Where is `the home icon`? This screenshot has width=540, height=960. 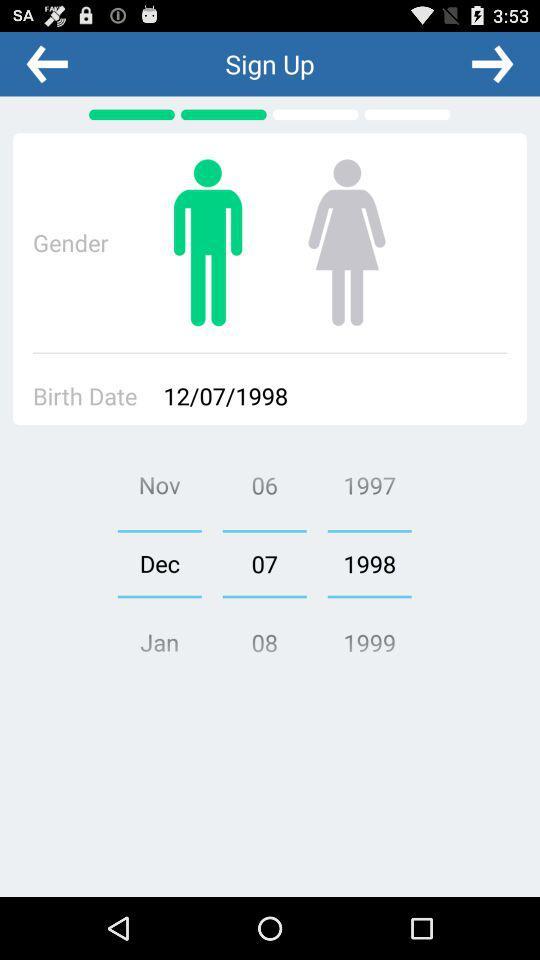
the home icon is located at coordinates (345, 258).